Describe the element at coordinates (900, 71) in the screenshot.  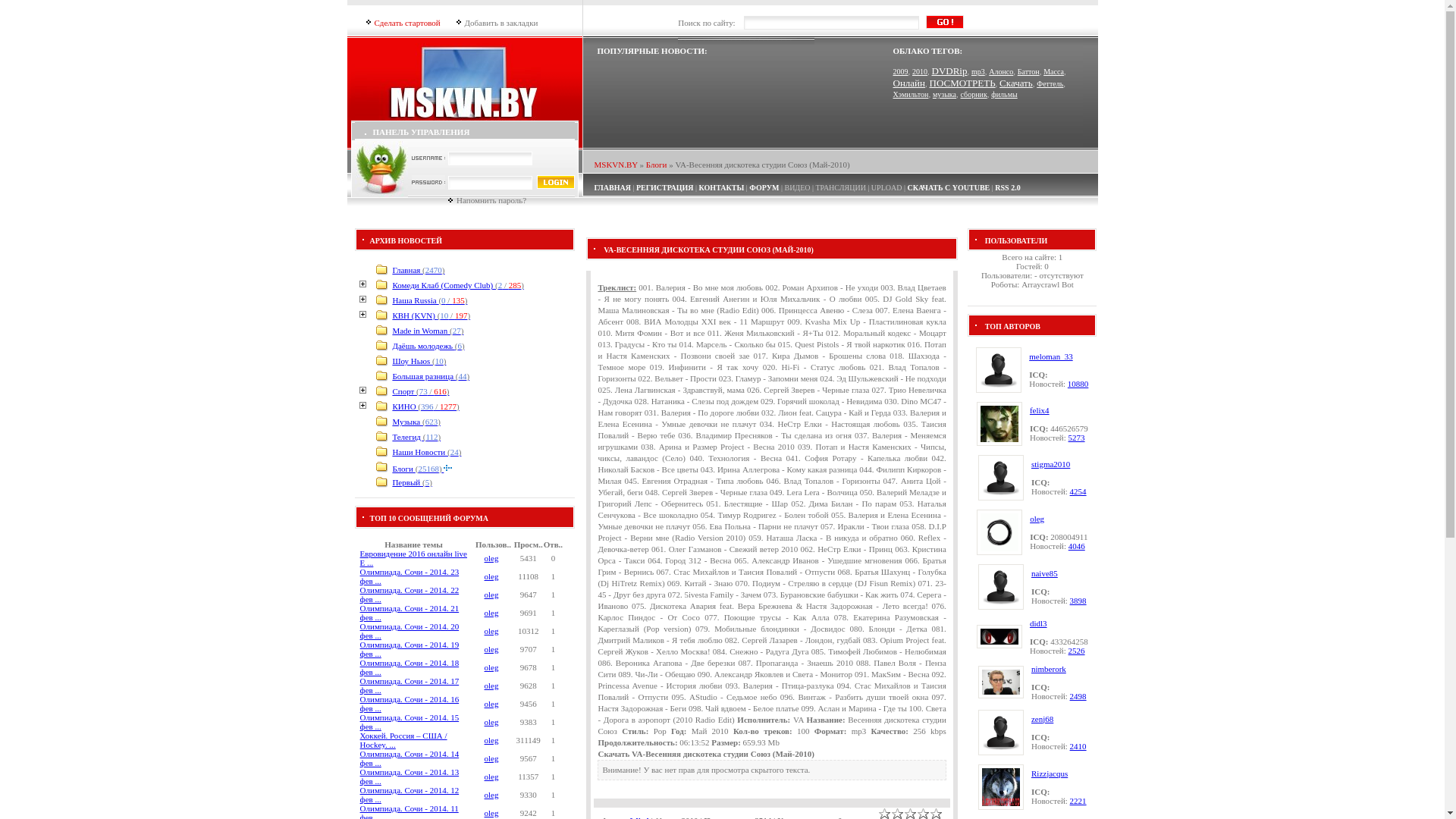
I see `'2009'` at that location.